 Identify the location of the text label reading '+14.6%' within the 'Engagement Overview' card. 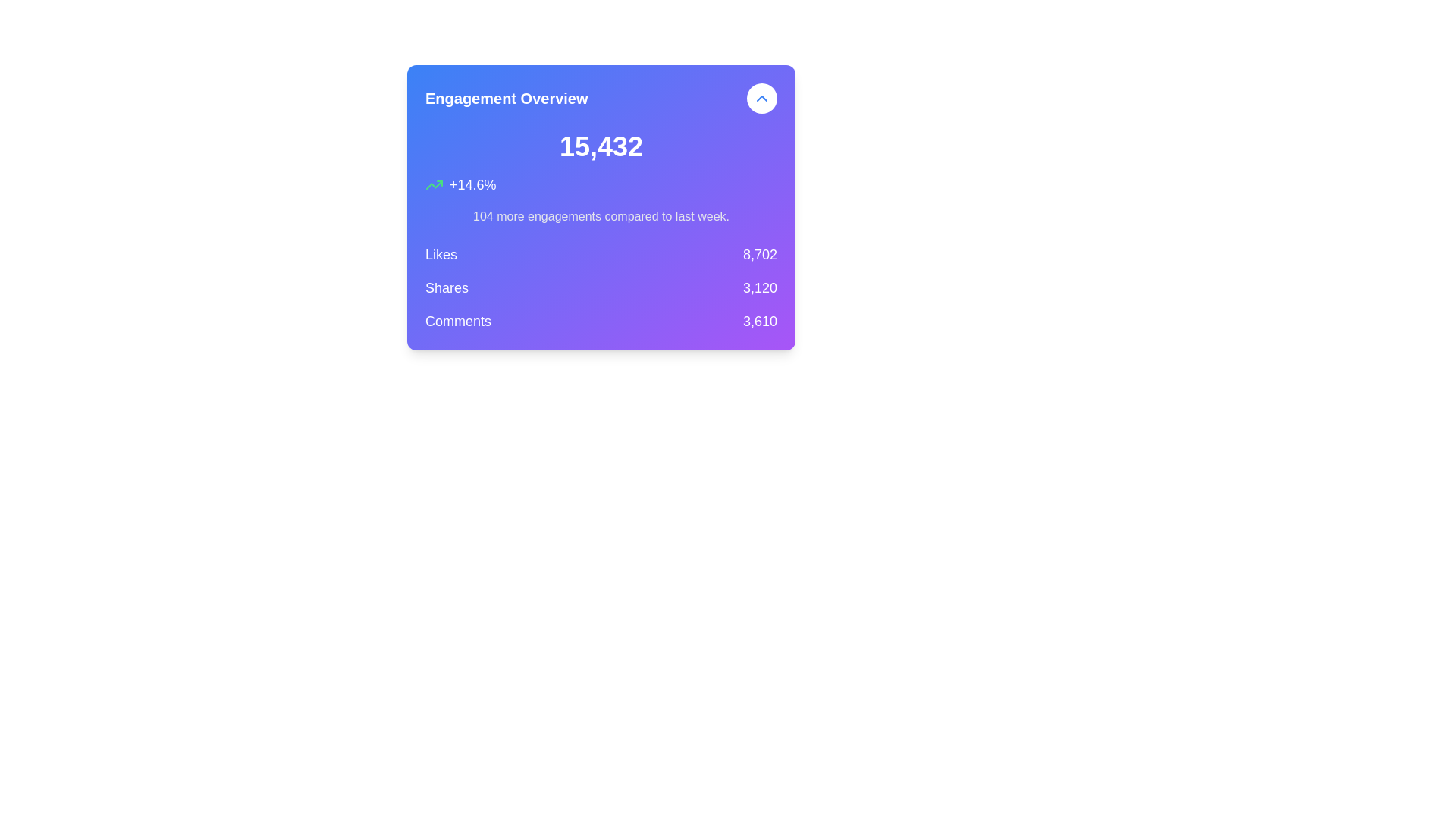
(472, 184).